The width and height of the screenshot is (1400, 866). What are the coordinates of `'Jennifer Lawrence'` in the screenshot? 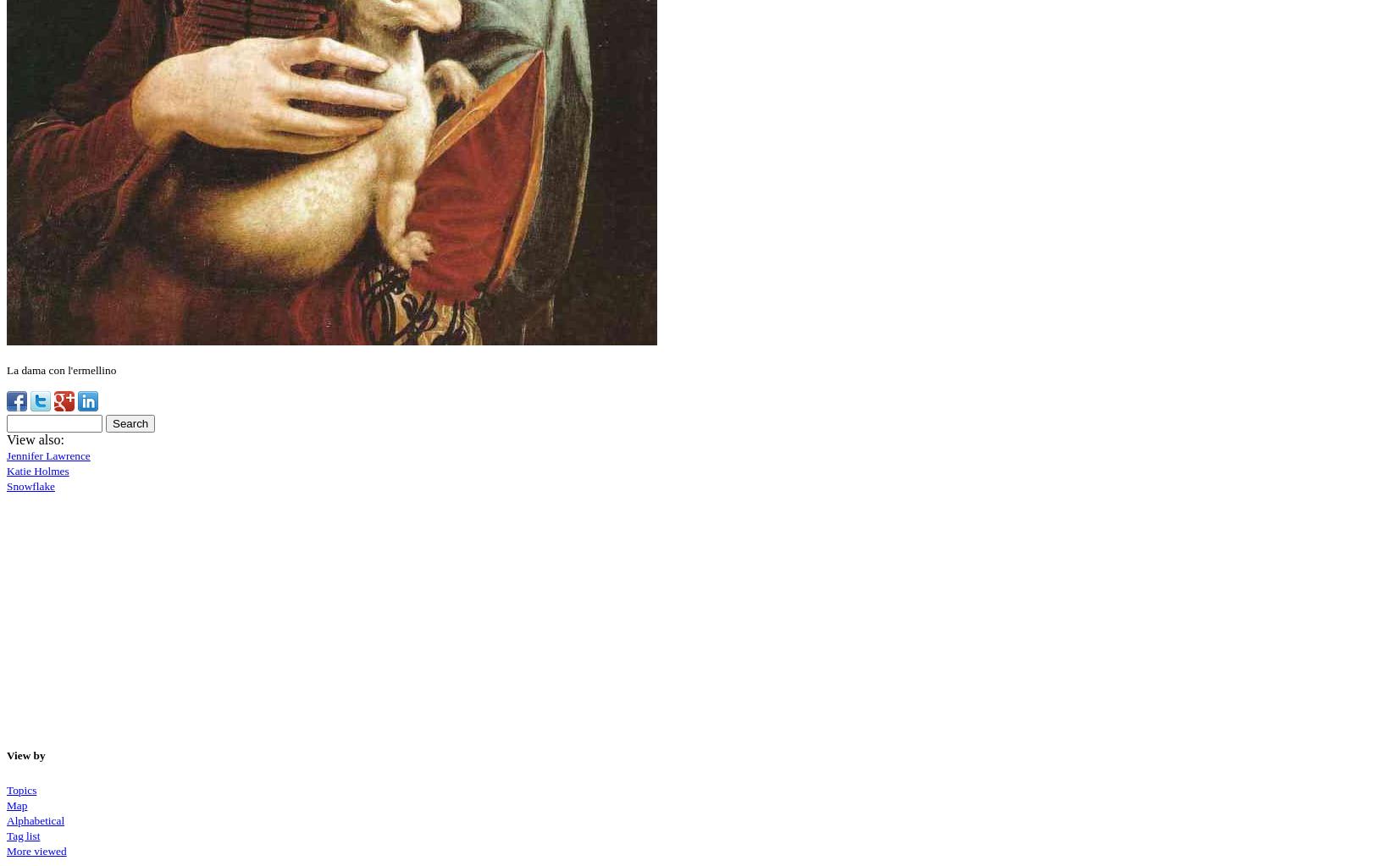 It's located at (47, 455).